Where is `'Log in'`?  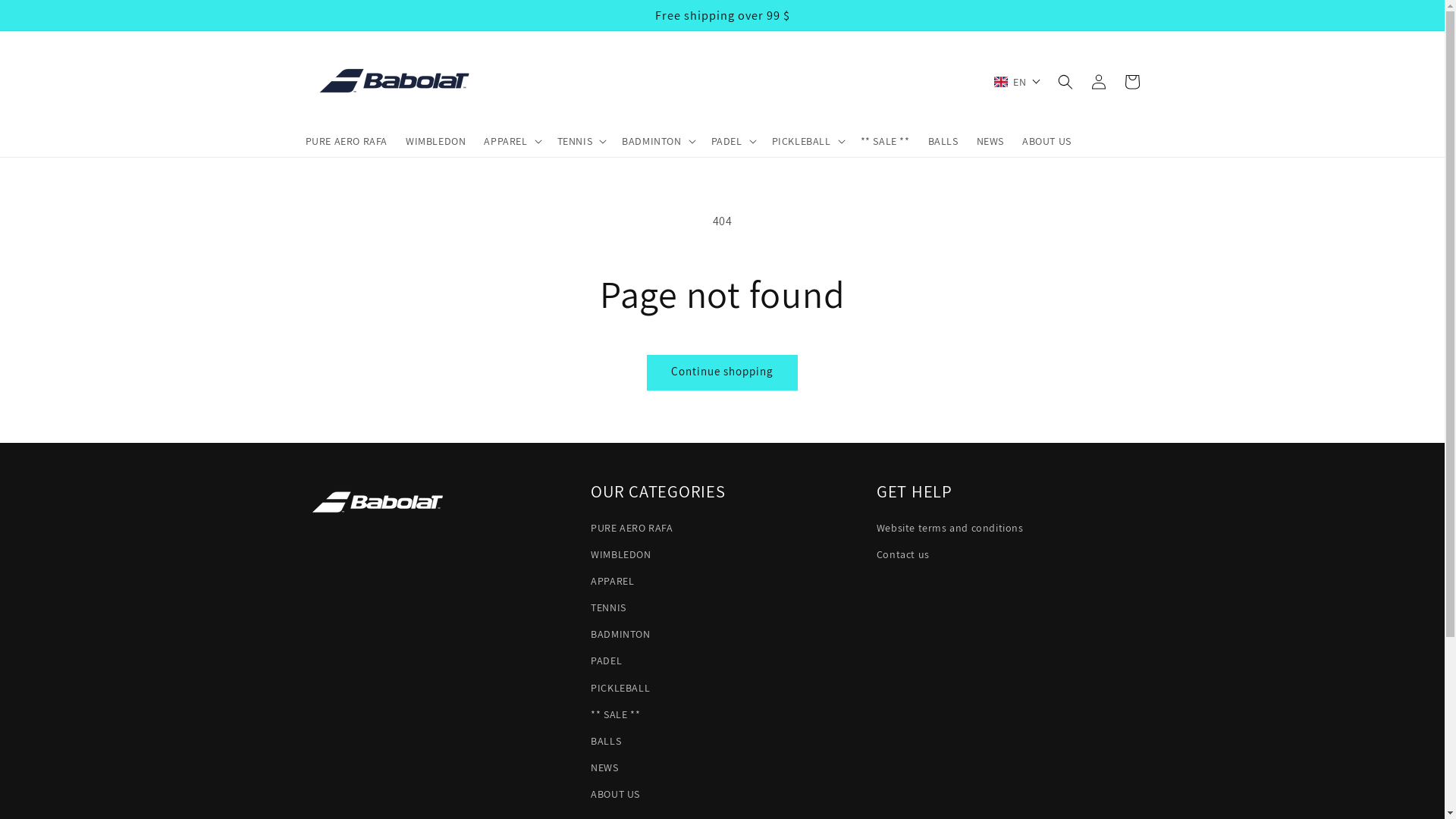
'Log in' is located at coordinates (1080, 82).